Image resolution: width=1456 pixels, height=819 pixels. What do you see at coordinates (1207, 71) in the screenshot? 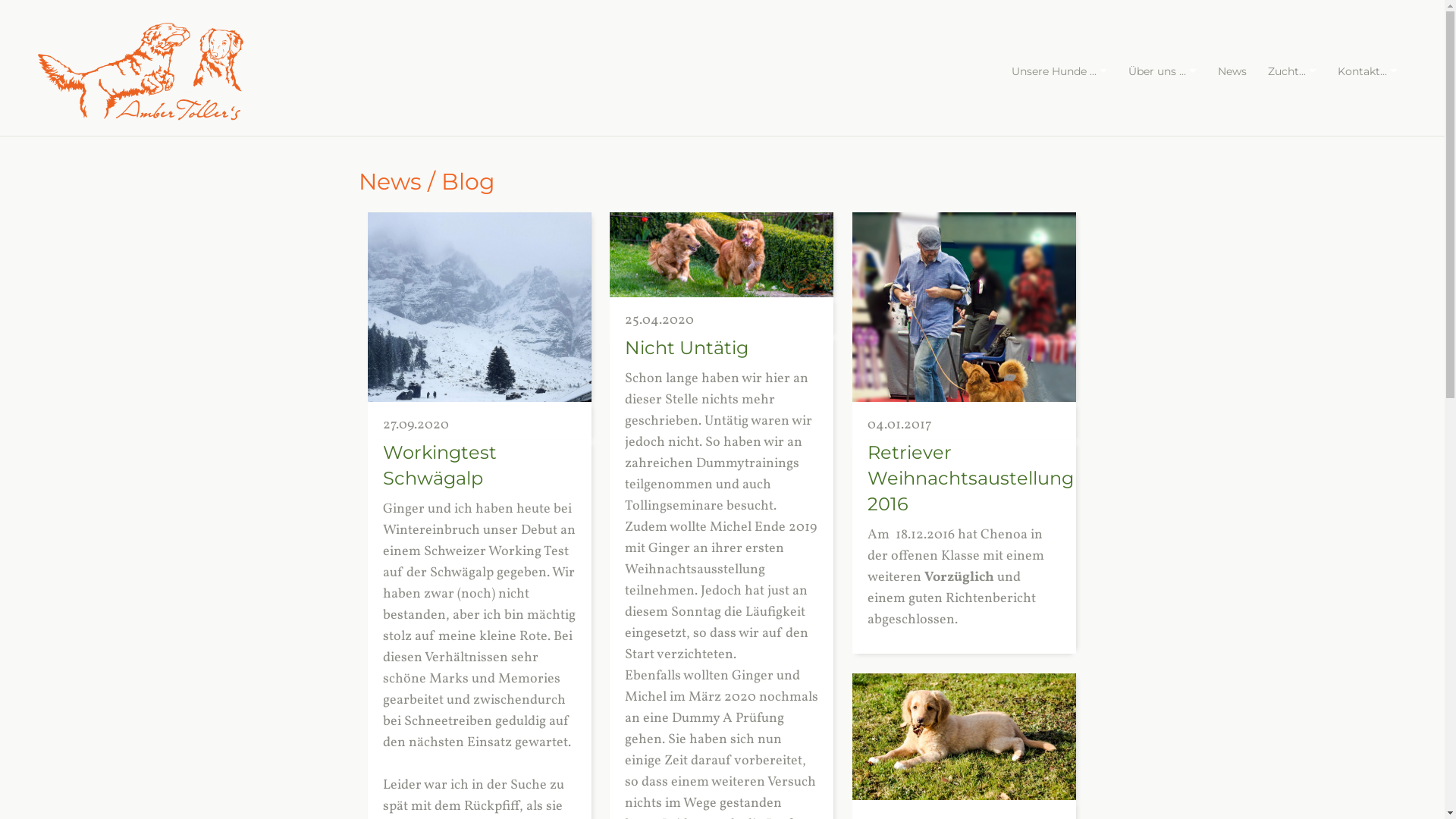
I see `'News'` at bounding box center [1207, 71].